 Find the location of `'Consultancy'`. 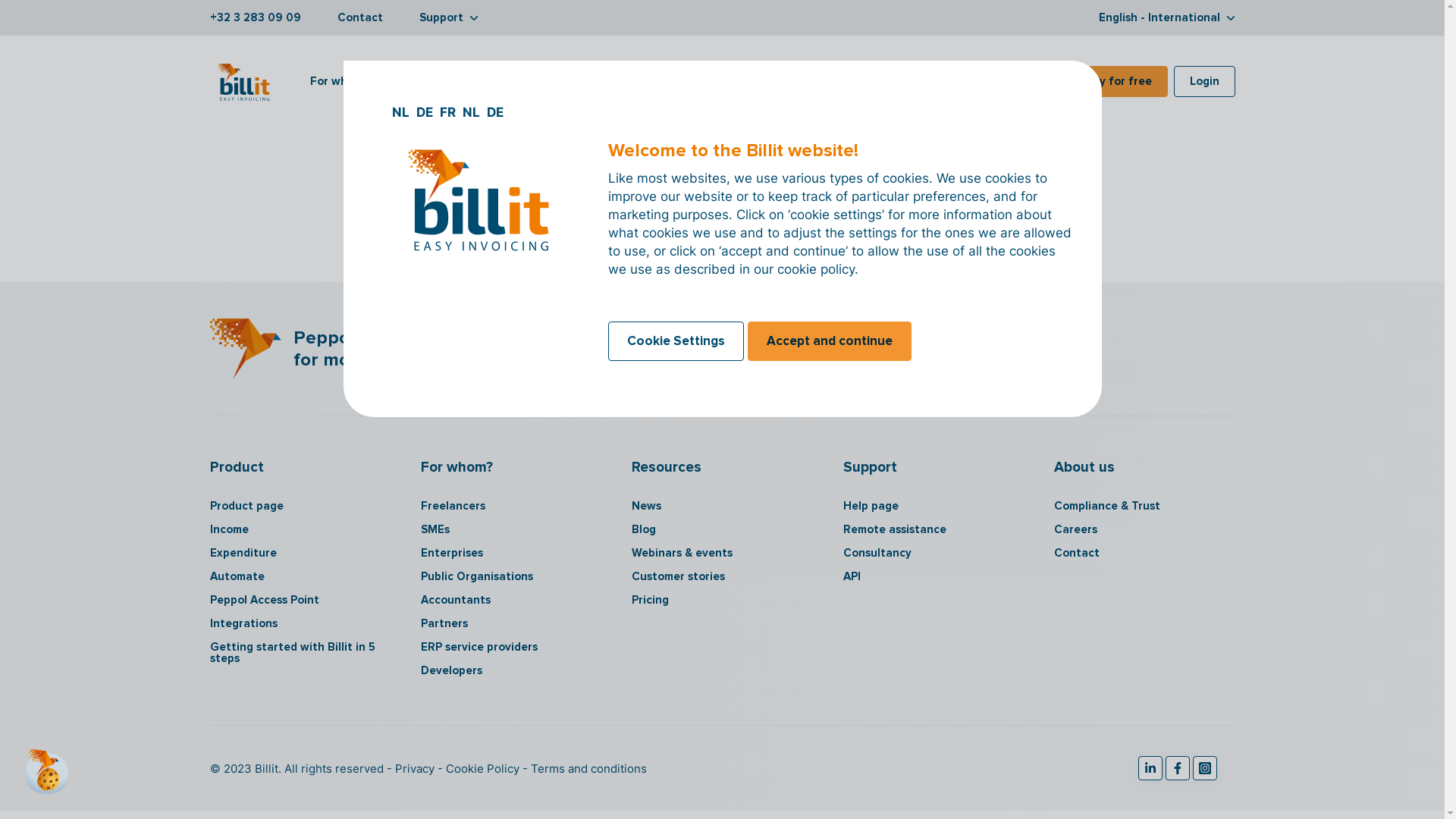

'Consultancy' is located at coordinates (932, 553).